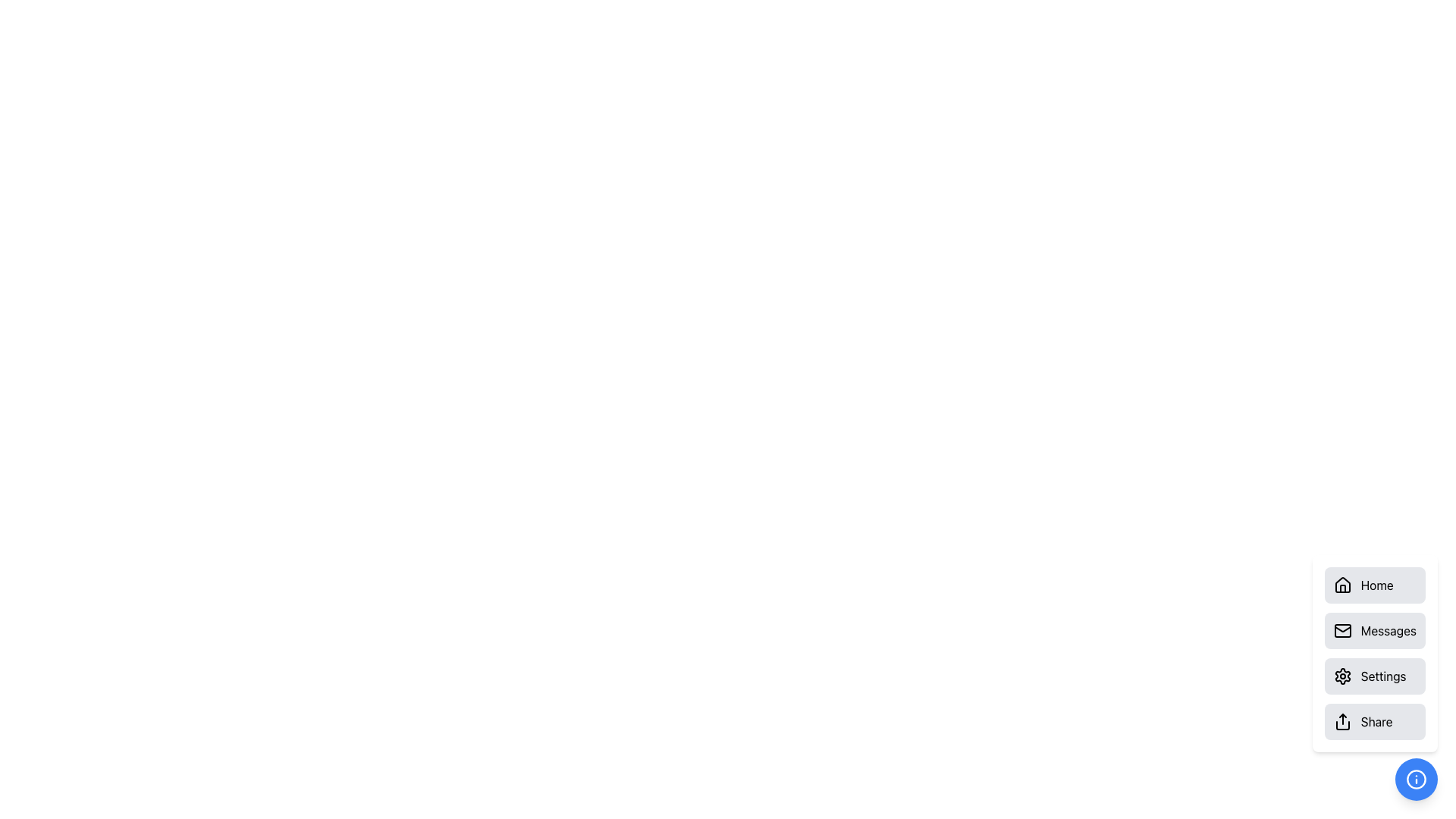  Describe the element at coordinates (1342, 721) in the screenshot. I see `the 'Share' button icon located on the far bottom right of the main content area, which is part of a vertical navigation menu with a rounded gray background` at that location.